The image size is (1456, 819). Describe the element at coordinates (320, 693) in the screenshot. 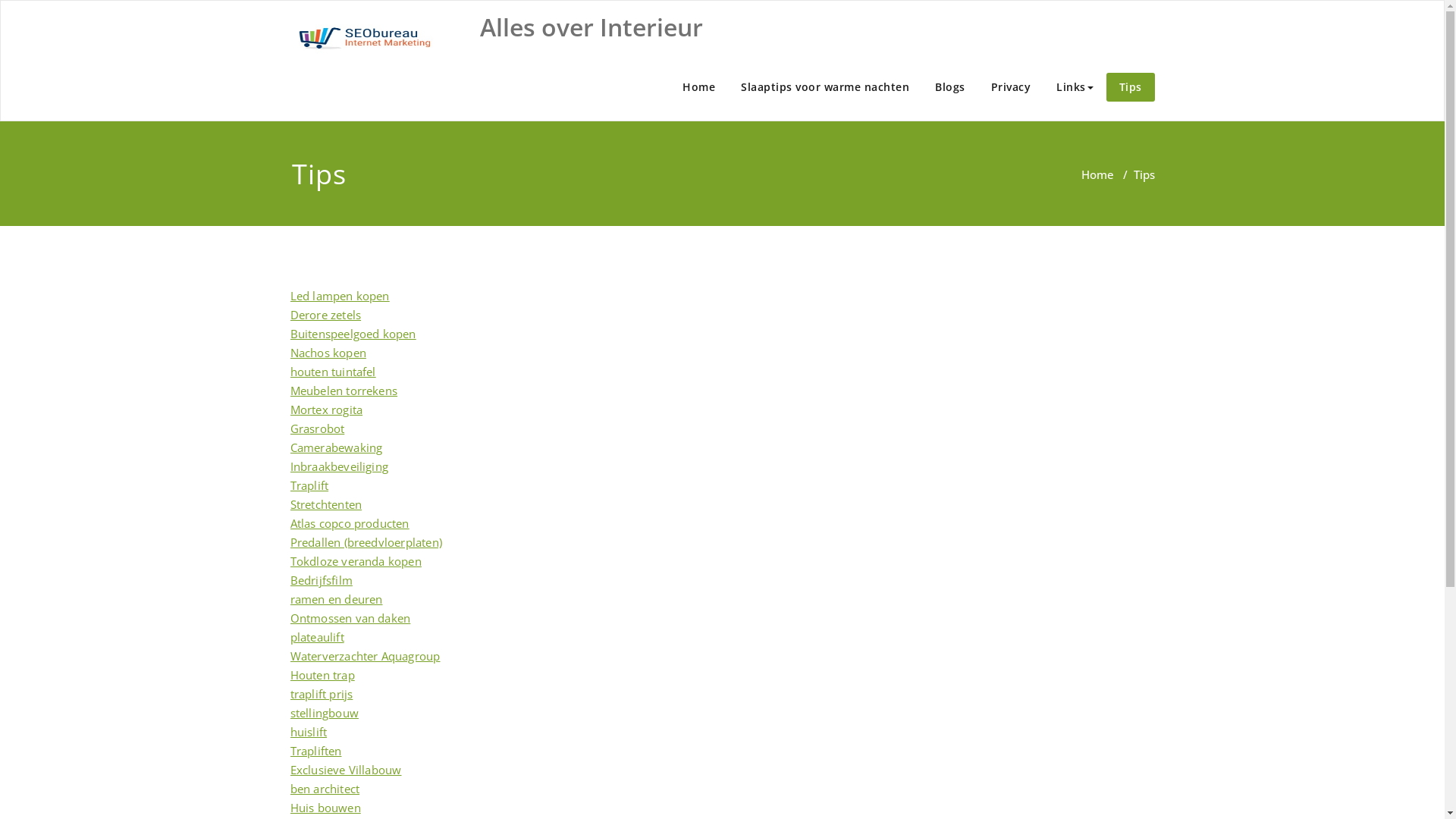

I see `'traplift prijs'` at that location.